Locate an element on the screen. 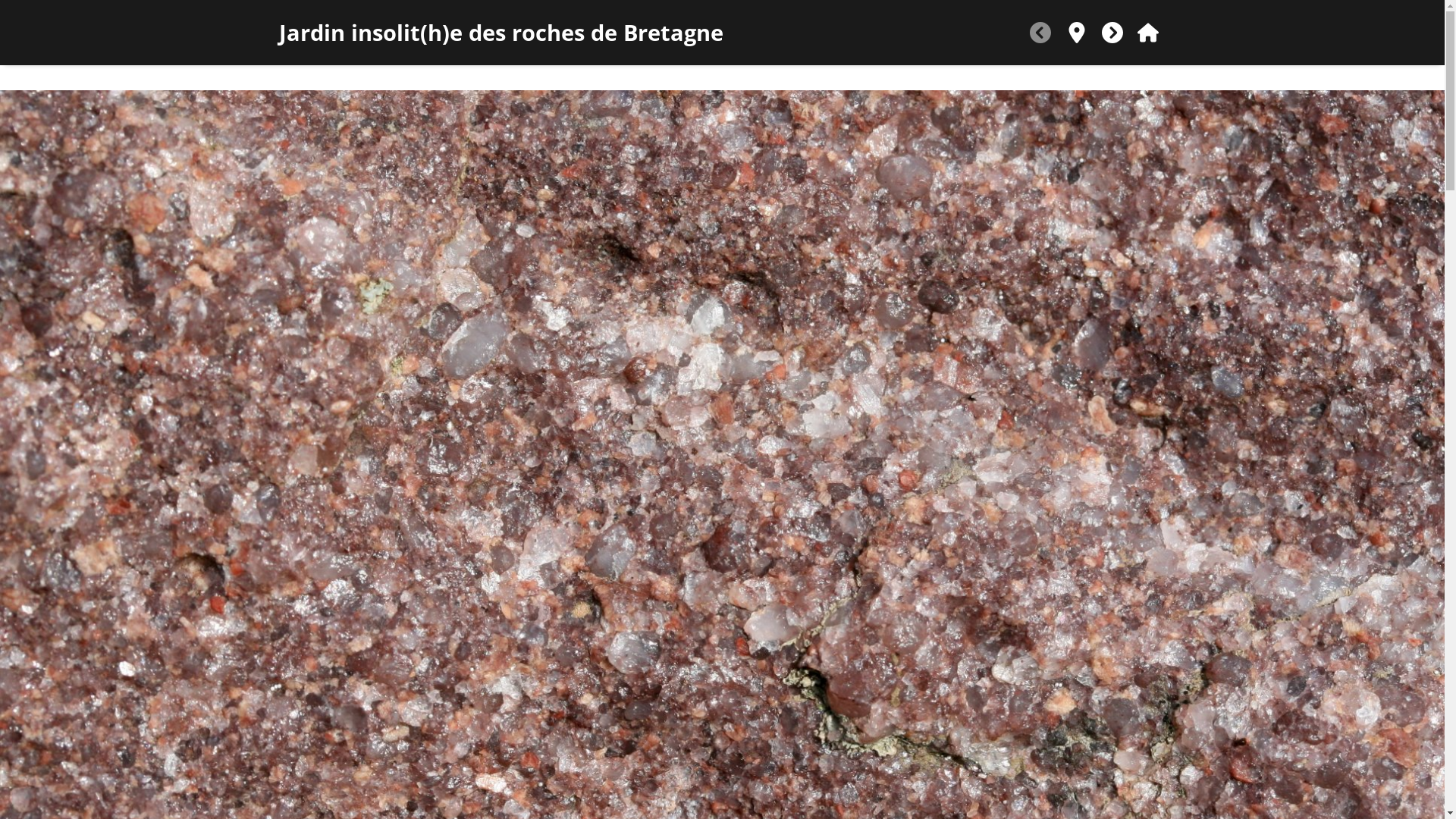 This screenshot has height=819, width=1456. 'Accueil' is located at coordinates (1147, 32).